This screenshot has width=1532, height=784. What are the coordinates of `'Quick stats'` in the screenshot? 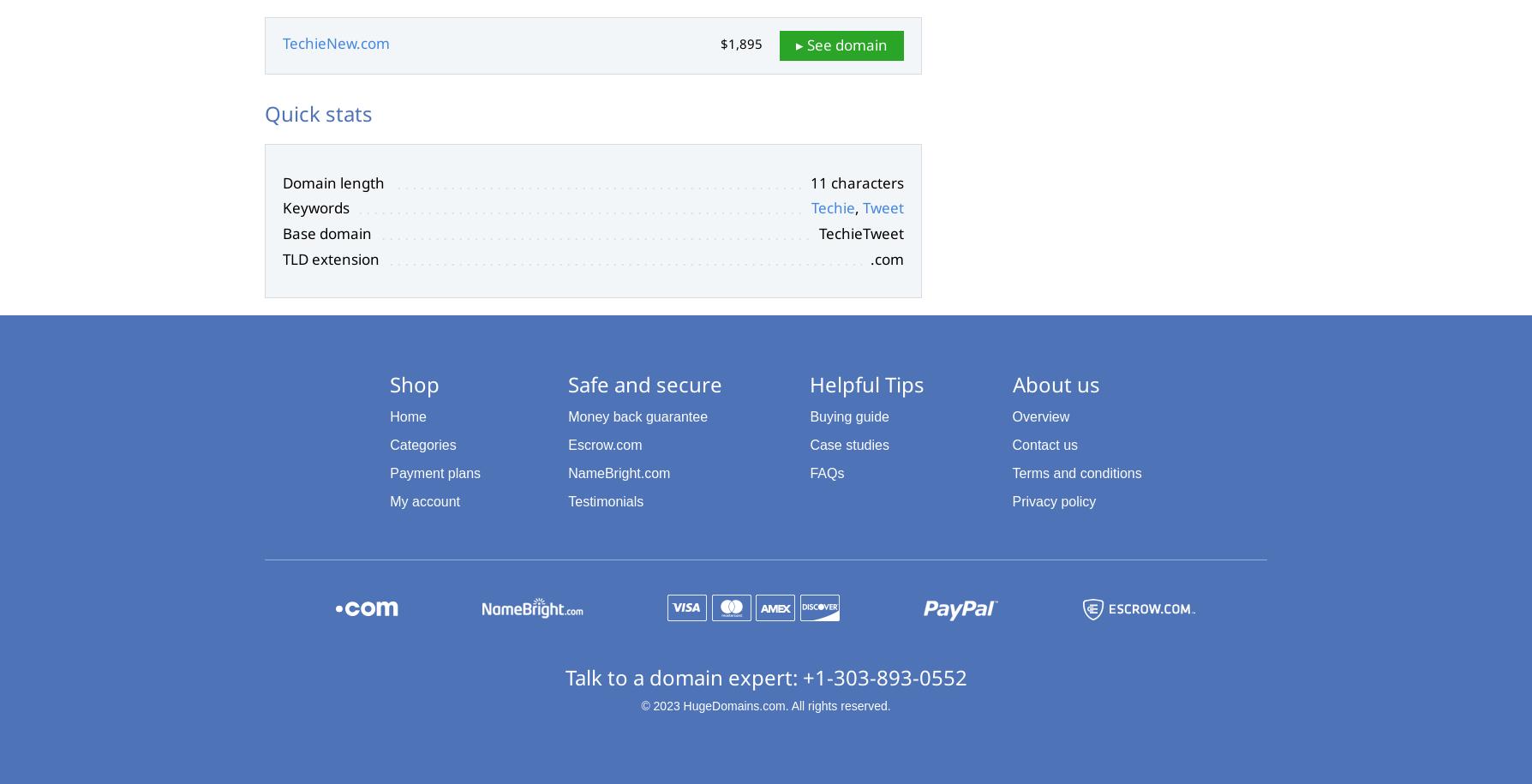 It's located at (318, 113).